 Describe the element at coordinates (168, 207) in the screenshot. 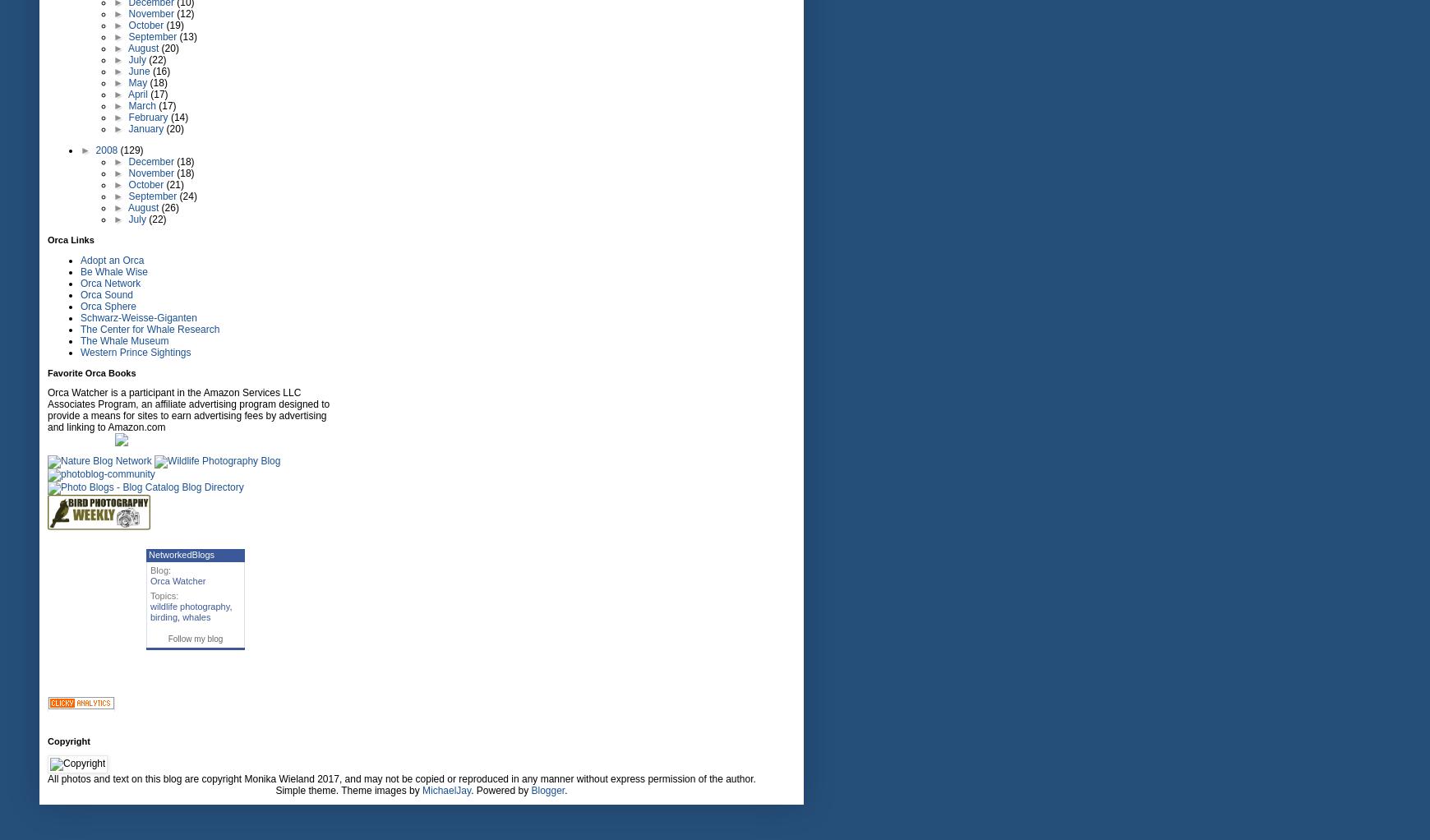

I see `'(26)'` at that location.